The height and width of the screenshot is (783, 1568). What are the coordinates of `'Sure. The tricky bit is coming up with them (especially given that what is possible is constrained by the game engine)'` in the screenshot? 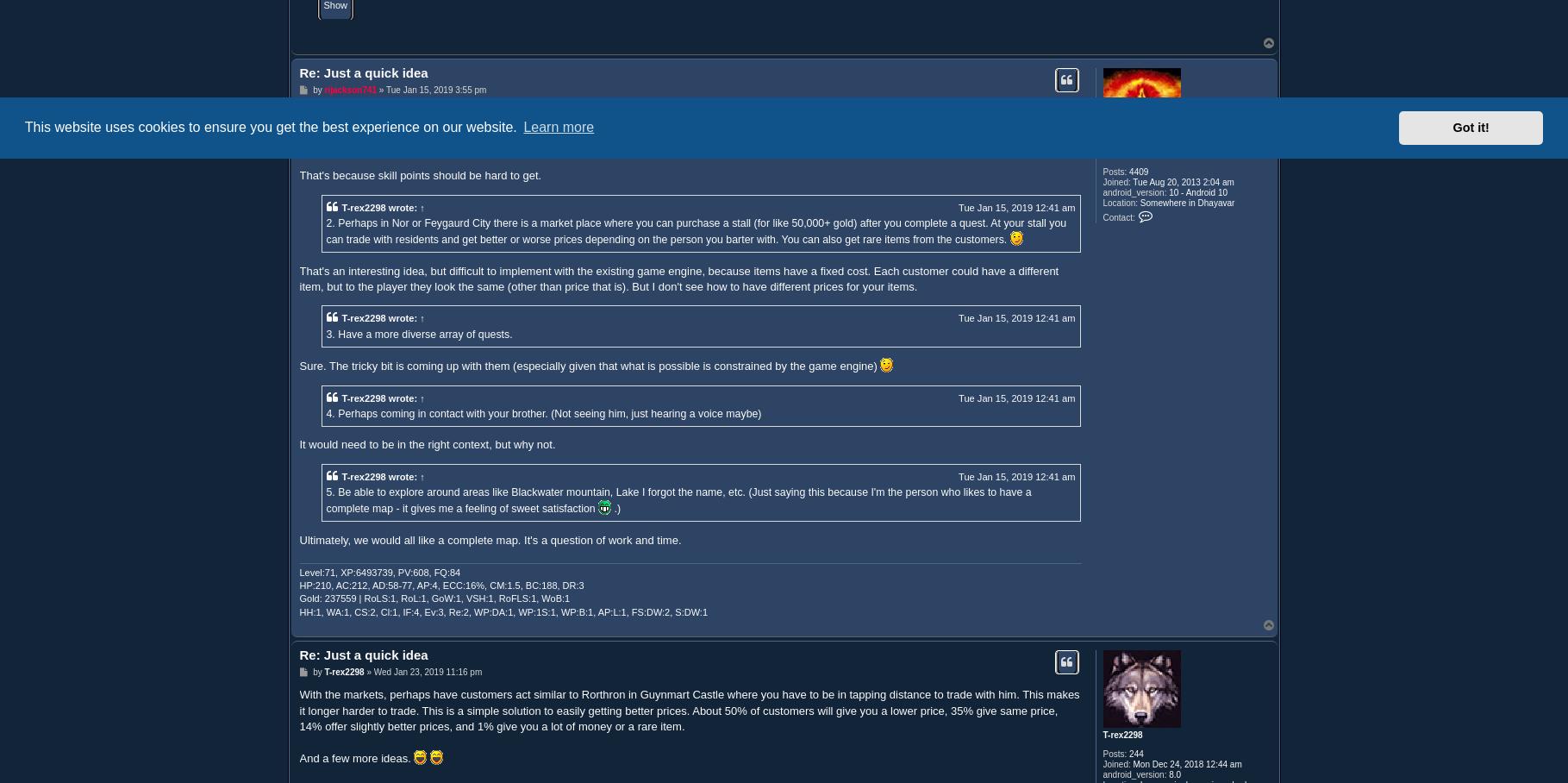 It's located at (589, 366).